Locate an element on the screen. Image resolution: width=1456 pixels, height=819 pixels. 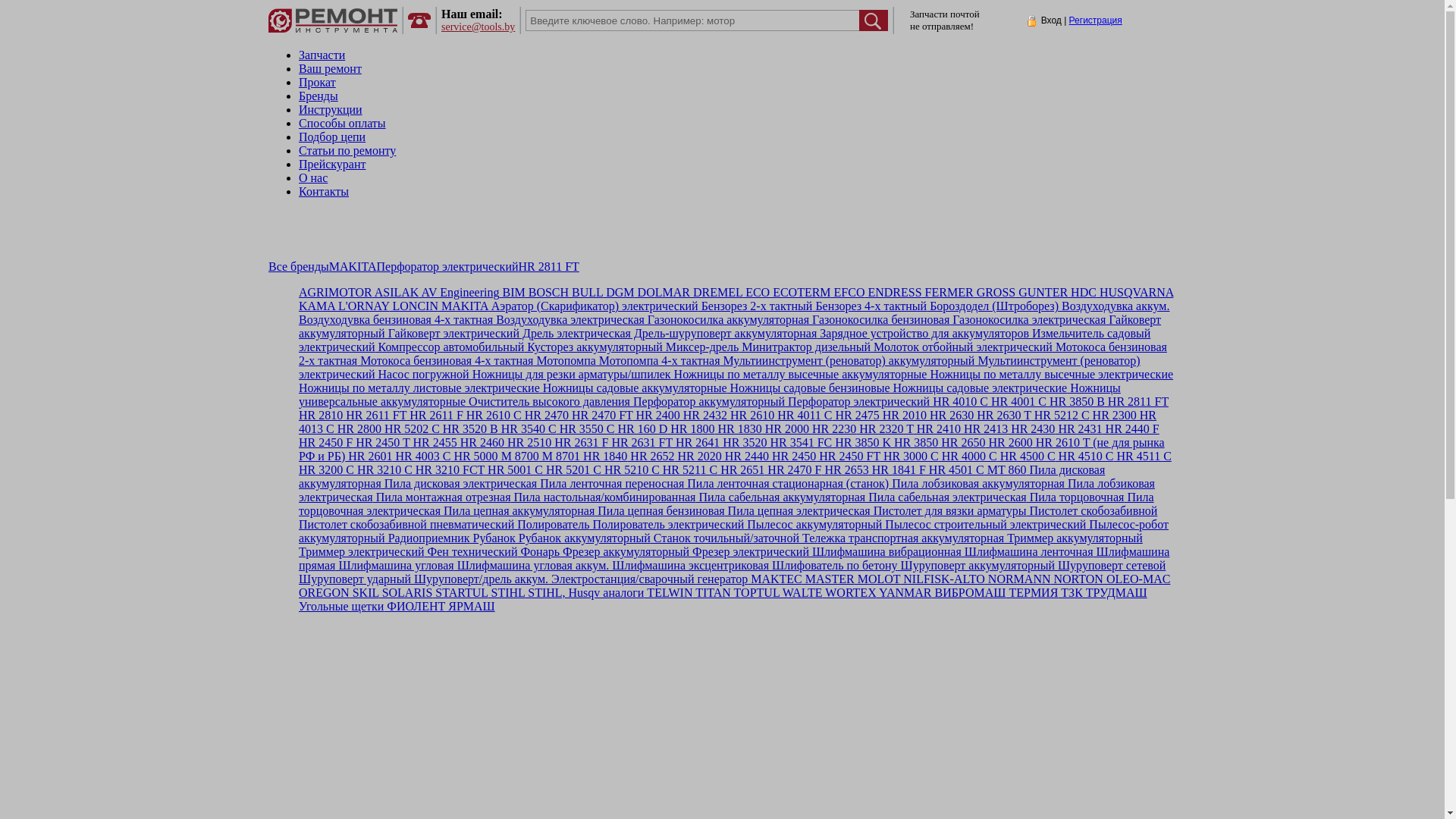
'TITAN' is located at coordinates (710, 591).